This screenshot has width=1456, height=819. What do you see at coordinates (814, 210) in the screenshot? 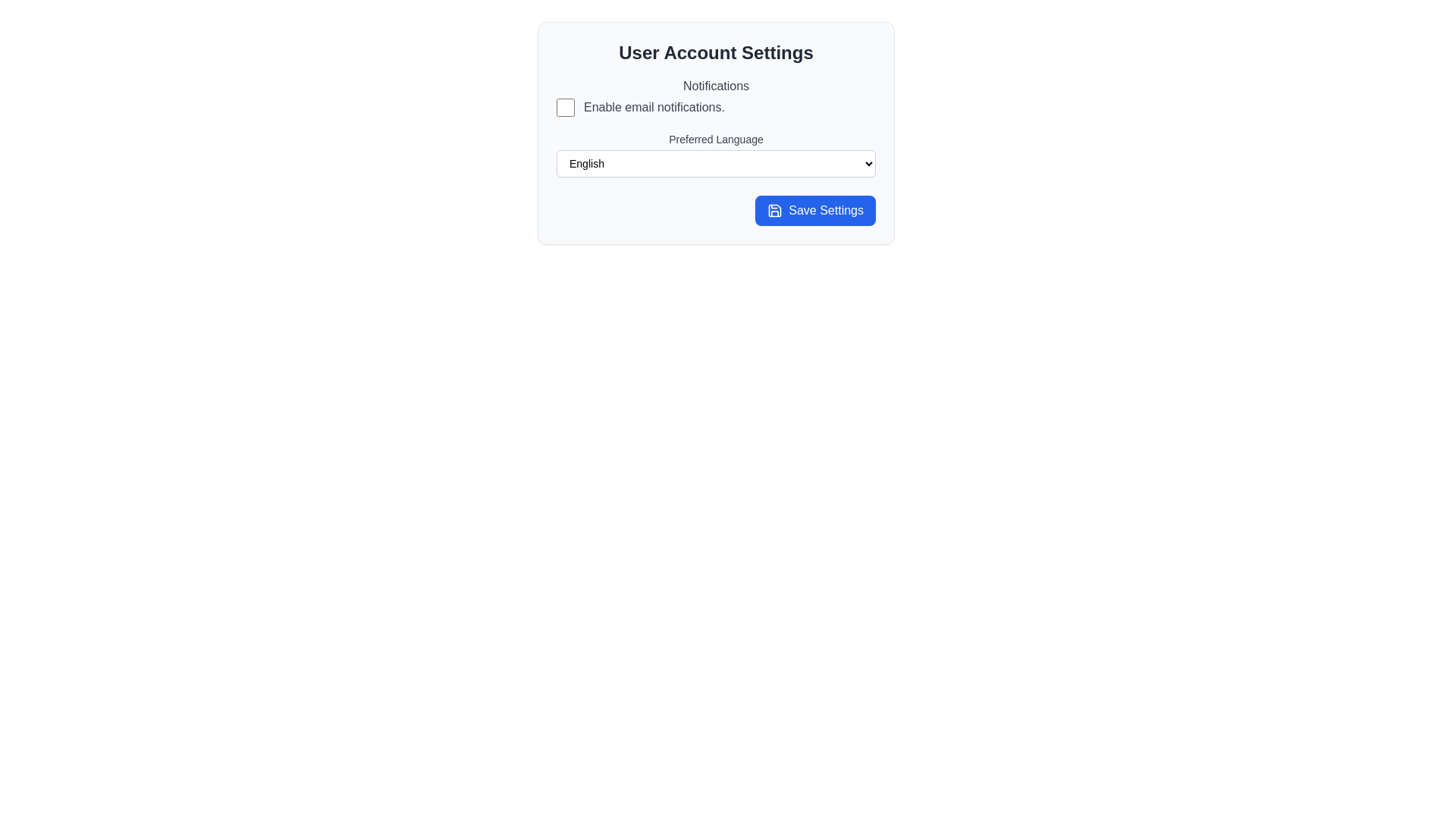
I see `the visually prominent blue button labeled 'Save Settings' located in the bottom-right area of the centered panel` at bounding box center [814, 210].